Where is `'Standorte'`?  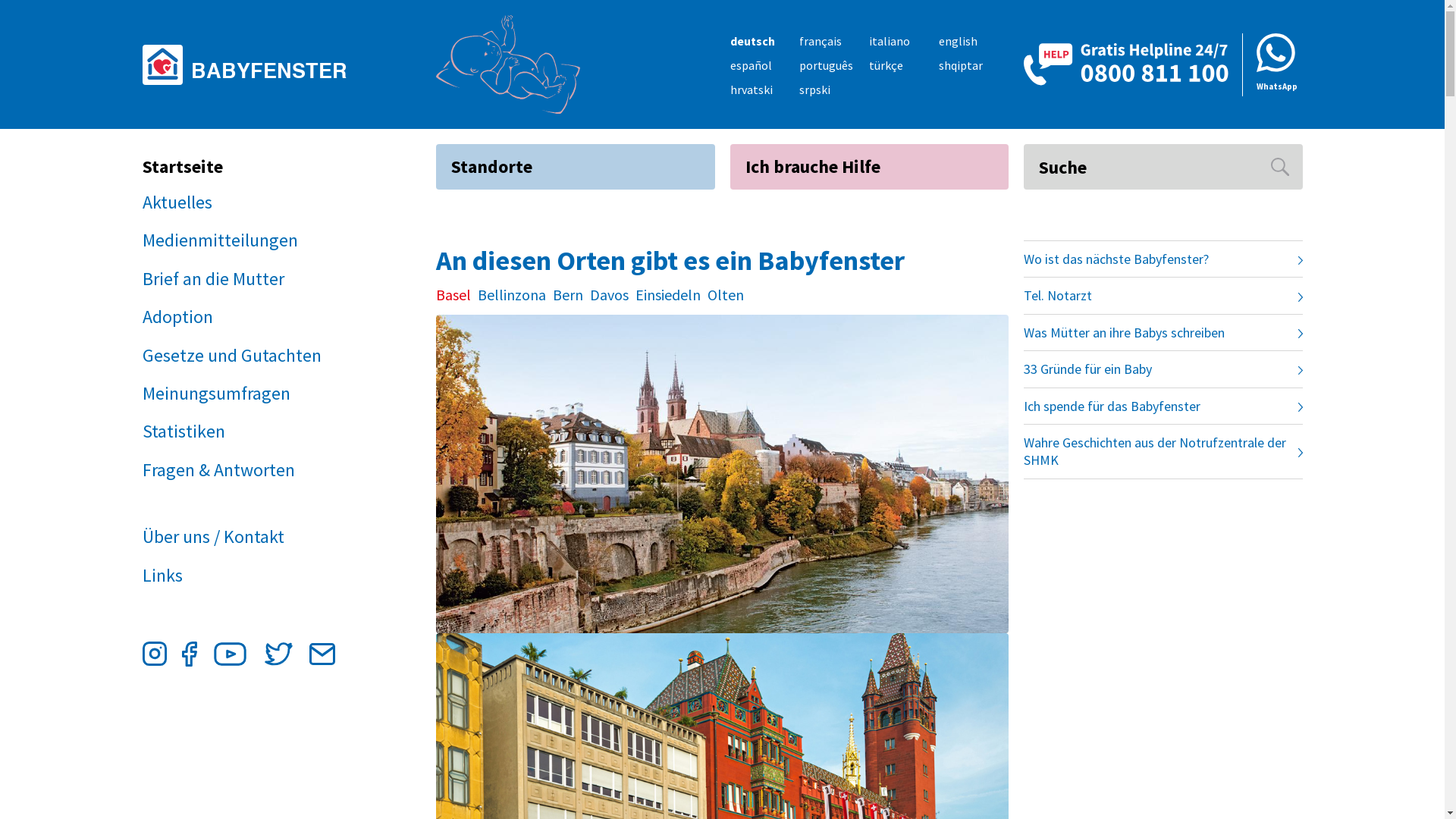 'Standorte' is located at coordinates (574, 166).